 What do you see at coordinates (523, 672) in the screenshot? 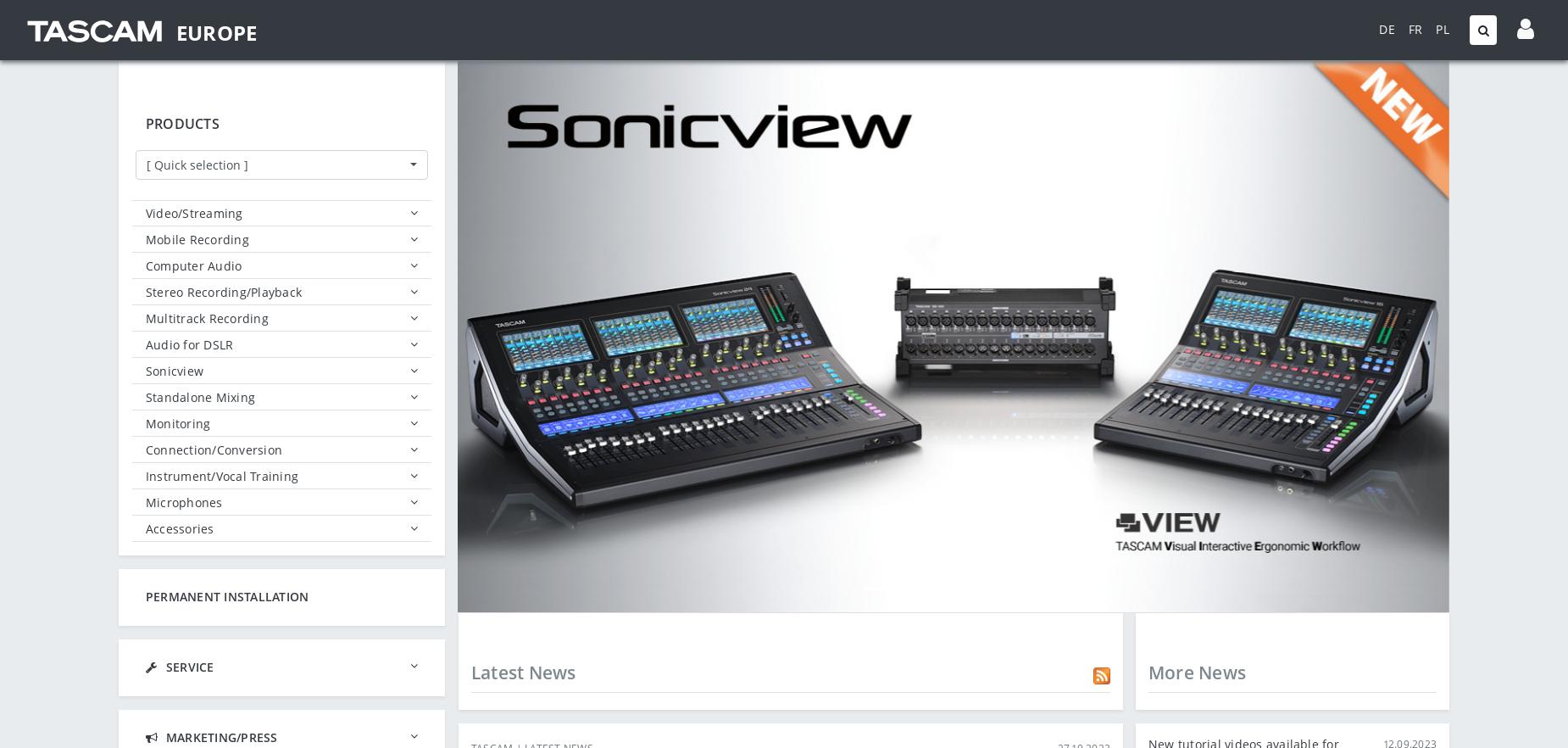
I see `'Latest News'` at bounding box center [523, 672].